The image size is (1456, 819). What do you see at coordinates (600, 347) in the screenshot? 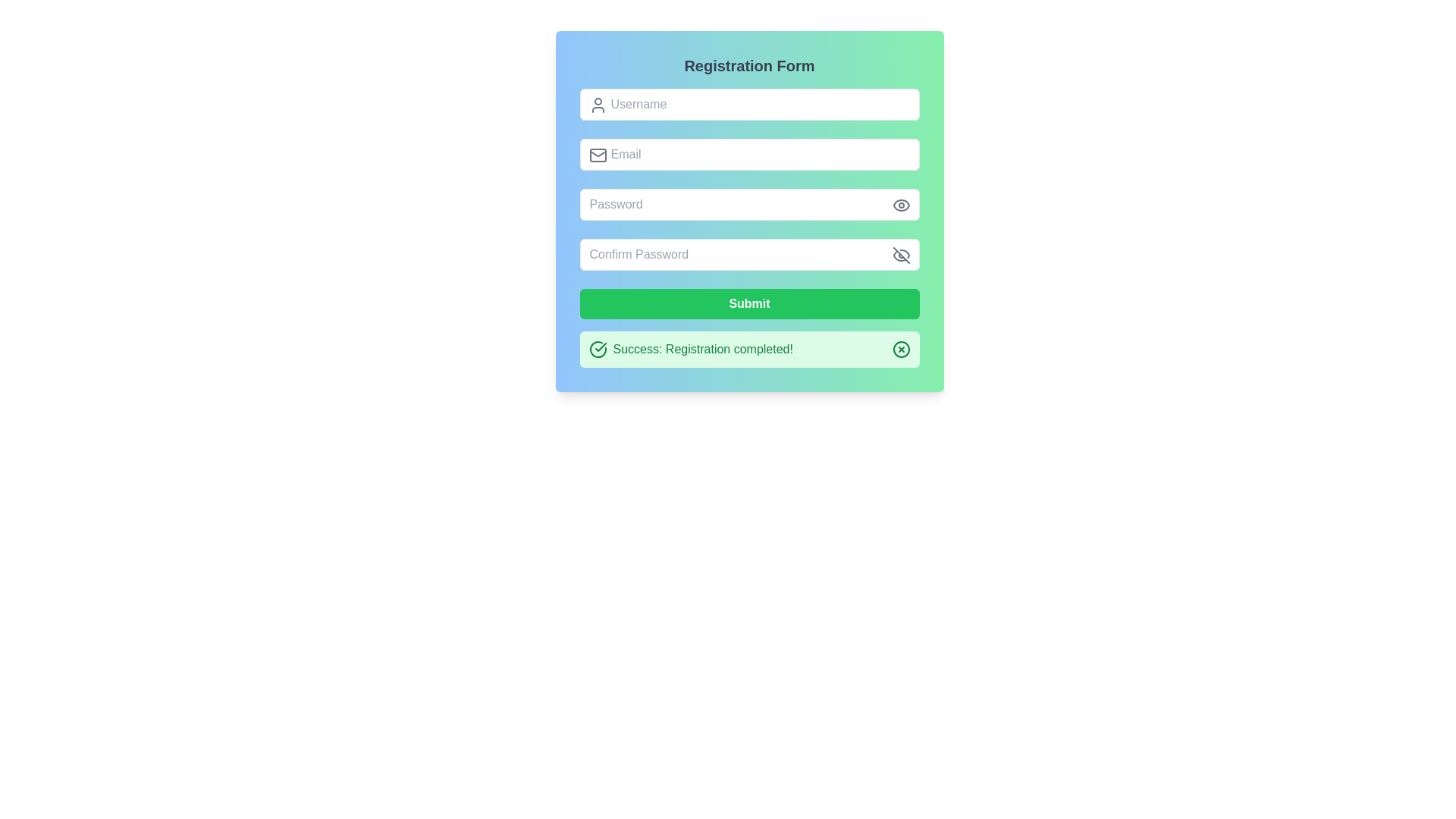
I see `the graphical icon indicating a successful operation, which is positioned to the left of the success message 'Success: Registration completed!' in the notification area` at bounding box center [600, 347].